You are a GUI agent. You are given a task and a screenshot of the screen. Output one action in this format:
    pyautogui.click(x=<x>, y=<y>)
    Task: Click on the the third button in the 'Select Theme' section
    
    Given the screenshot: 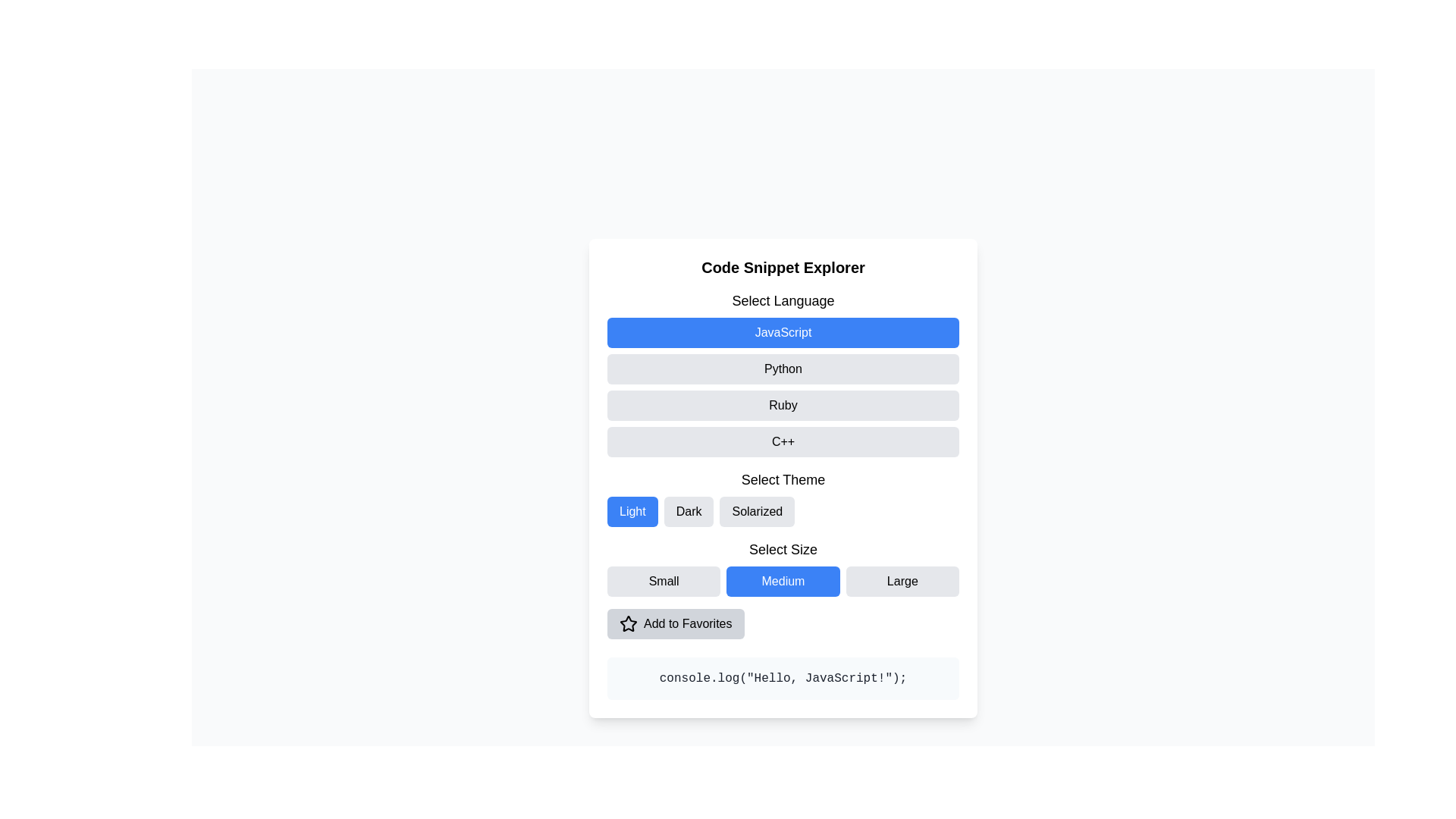 What is the action you would take?
    pyautogui.click(x=757, y=512)
    